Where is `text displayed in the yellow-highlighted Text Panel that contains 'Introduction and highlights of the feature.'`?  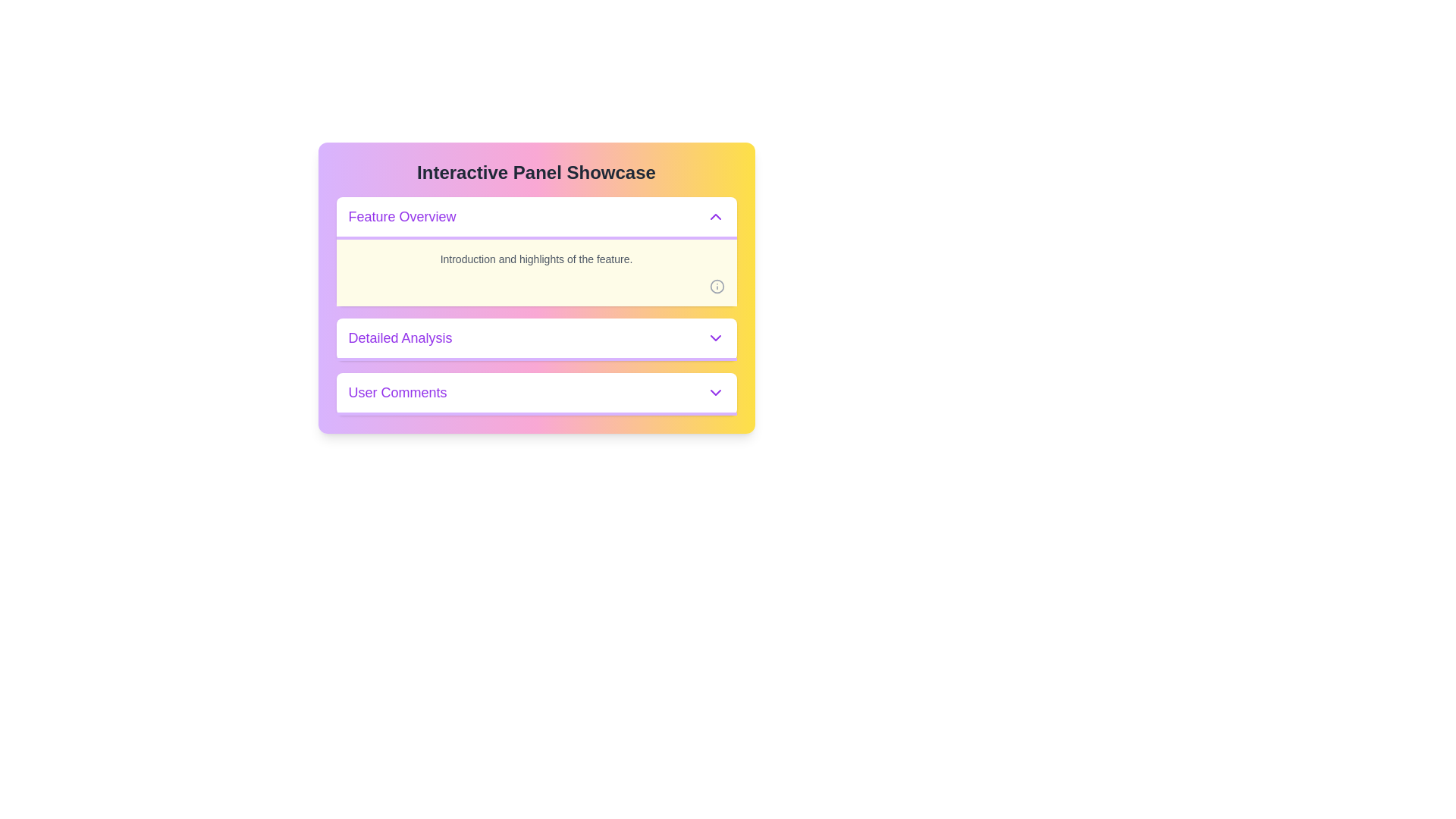 text displayed in the yellow-highlighted Text Panel that contains 'Introduction and highlights of the feature.' is located at coordinates (536, 250).